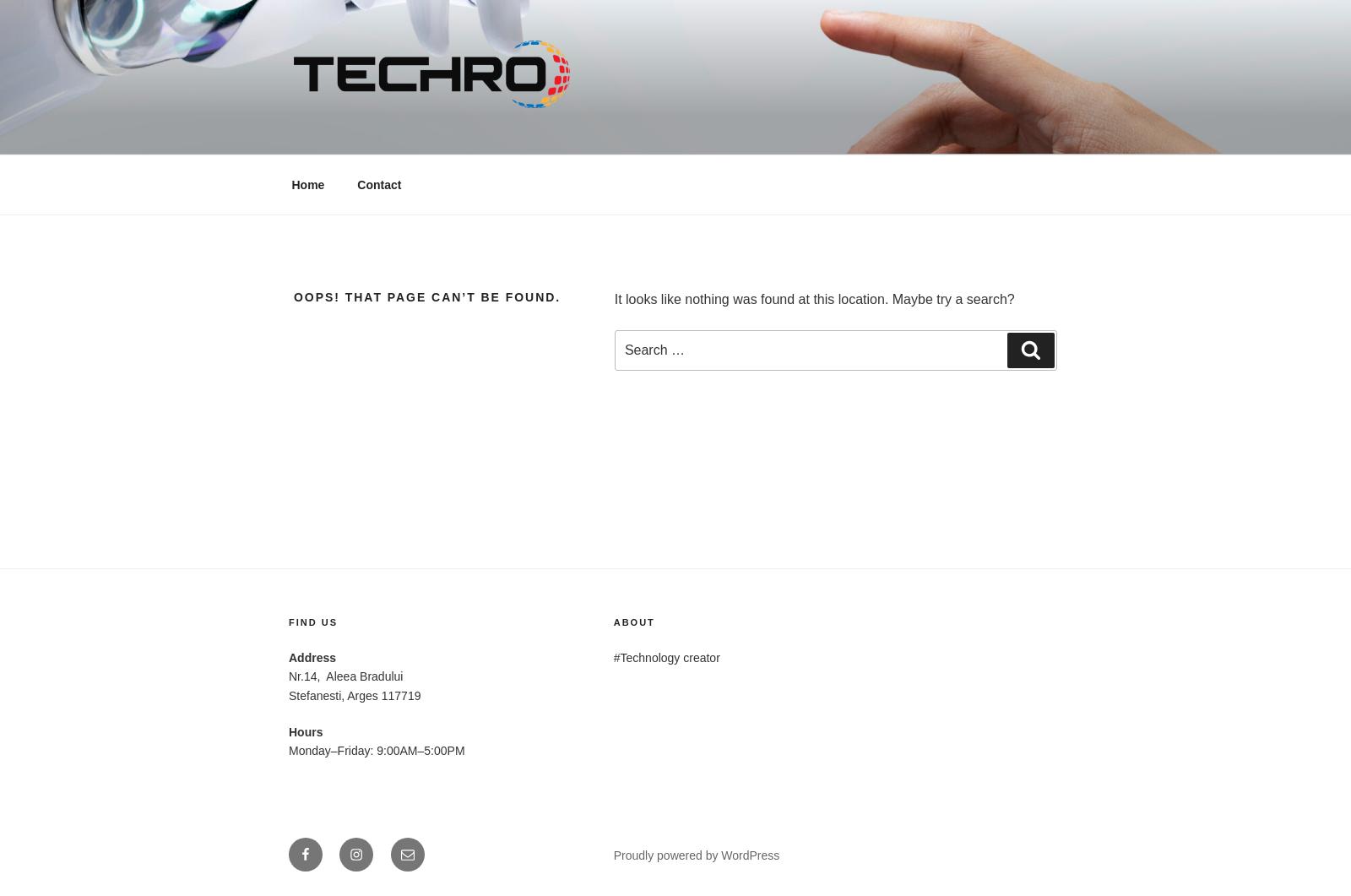 The image size is (1351, 896). I want to click on 'Home', so click(290, 183).